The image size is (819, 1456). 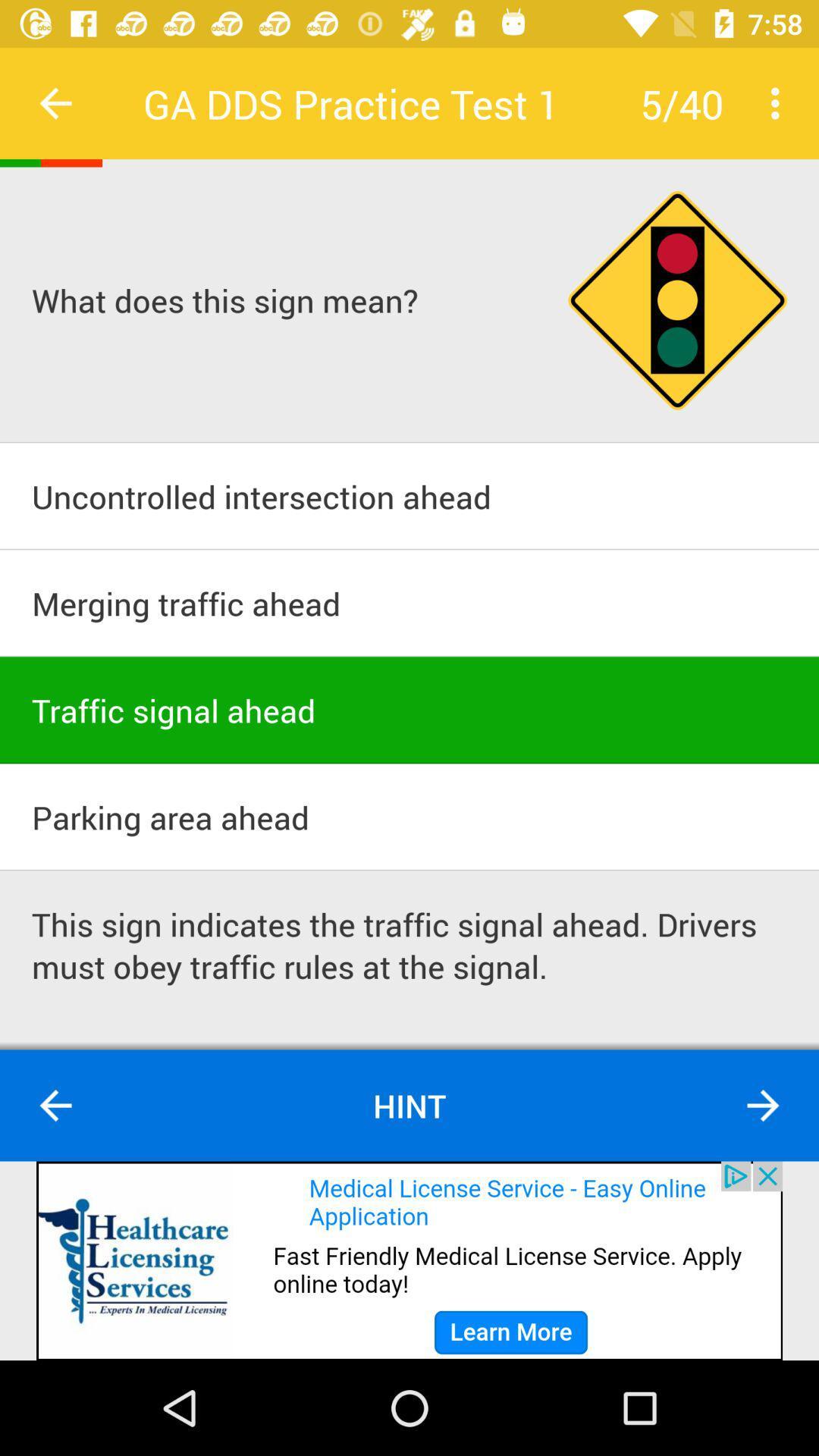 I want to click on the arrow_forward icon, so click(x=763, y=1106).